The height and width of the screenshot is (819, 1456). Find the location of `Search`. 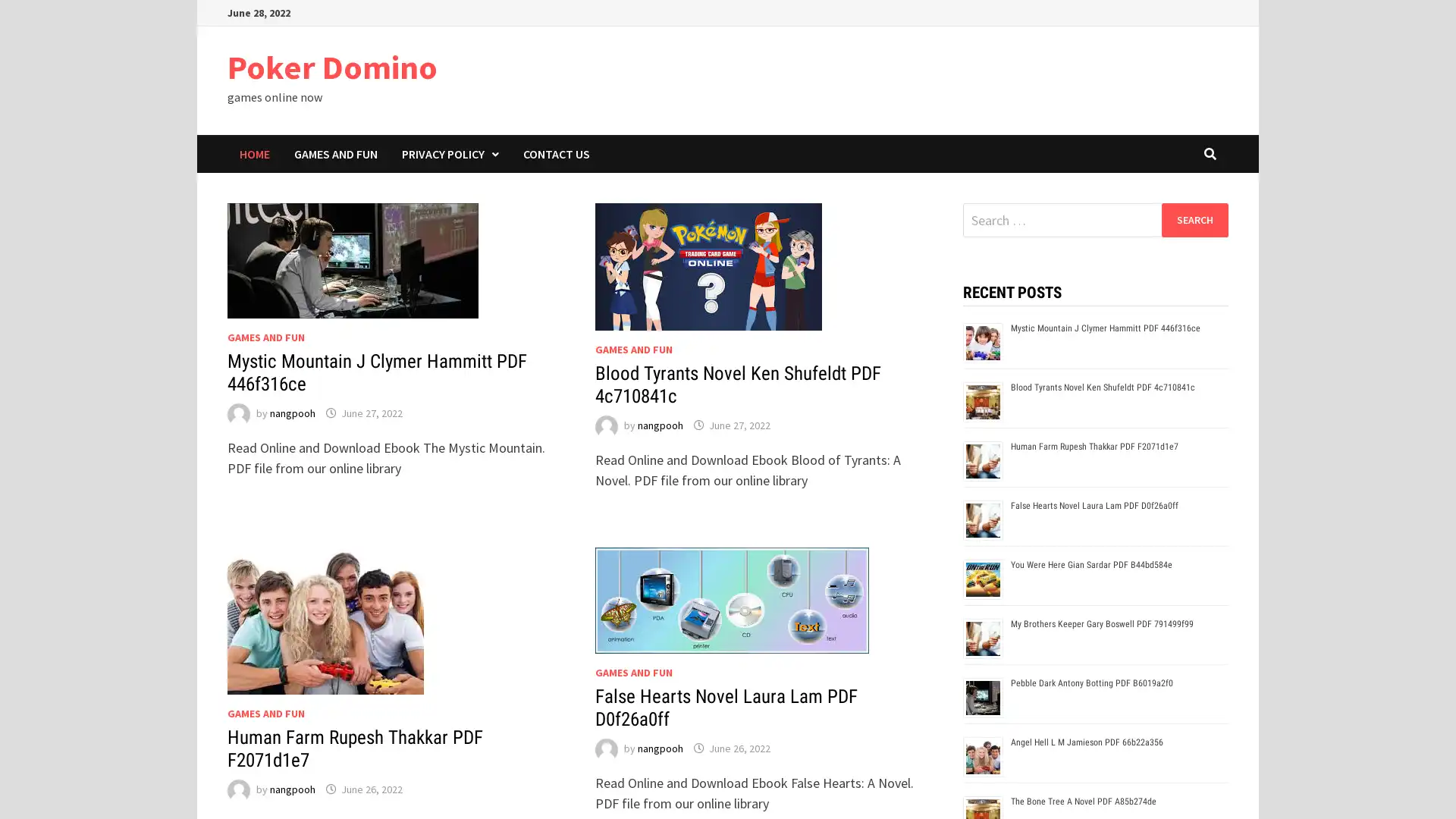

Search is located at coordinates (1194, 219).